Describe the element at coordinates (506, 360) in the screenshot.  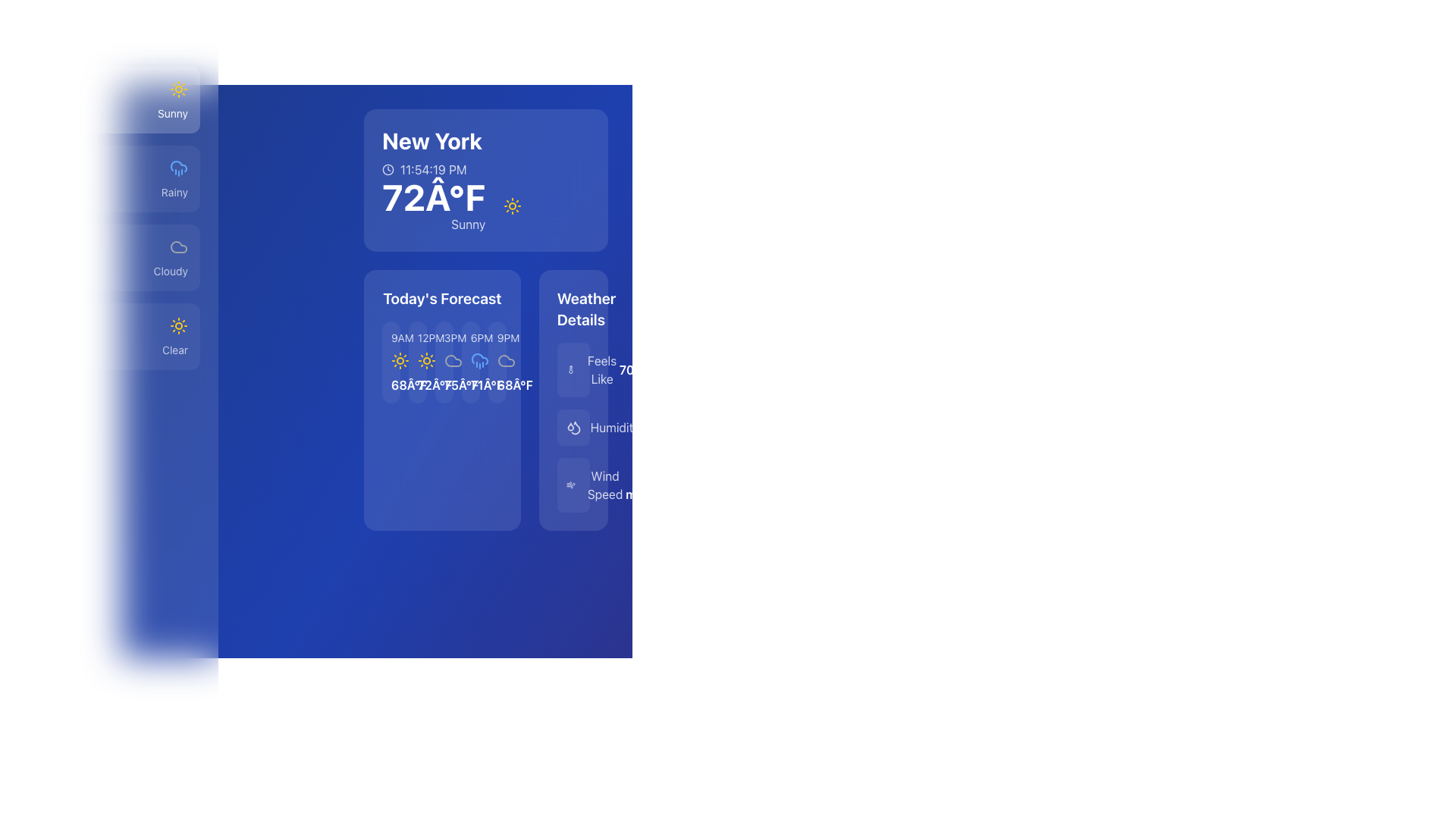
I see `the cloud icon, which is a minimalist line-art style icon with a light gray stroke, positioned in the 'Today's Forecast' section as the third icon among weather icons` at that location.